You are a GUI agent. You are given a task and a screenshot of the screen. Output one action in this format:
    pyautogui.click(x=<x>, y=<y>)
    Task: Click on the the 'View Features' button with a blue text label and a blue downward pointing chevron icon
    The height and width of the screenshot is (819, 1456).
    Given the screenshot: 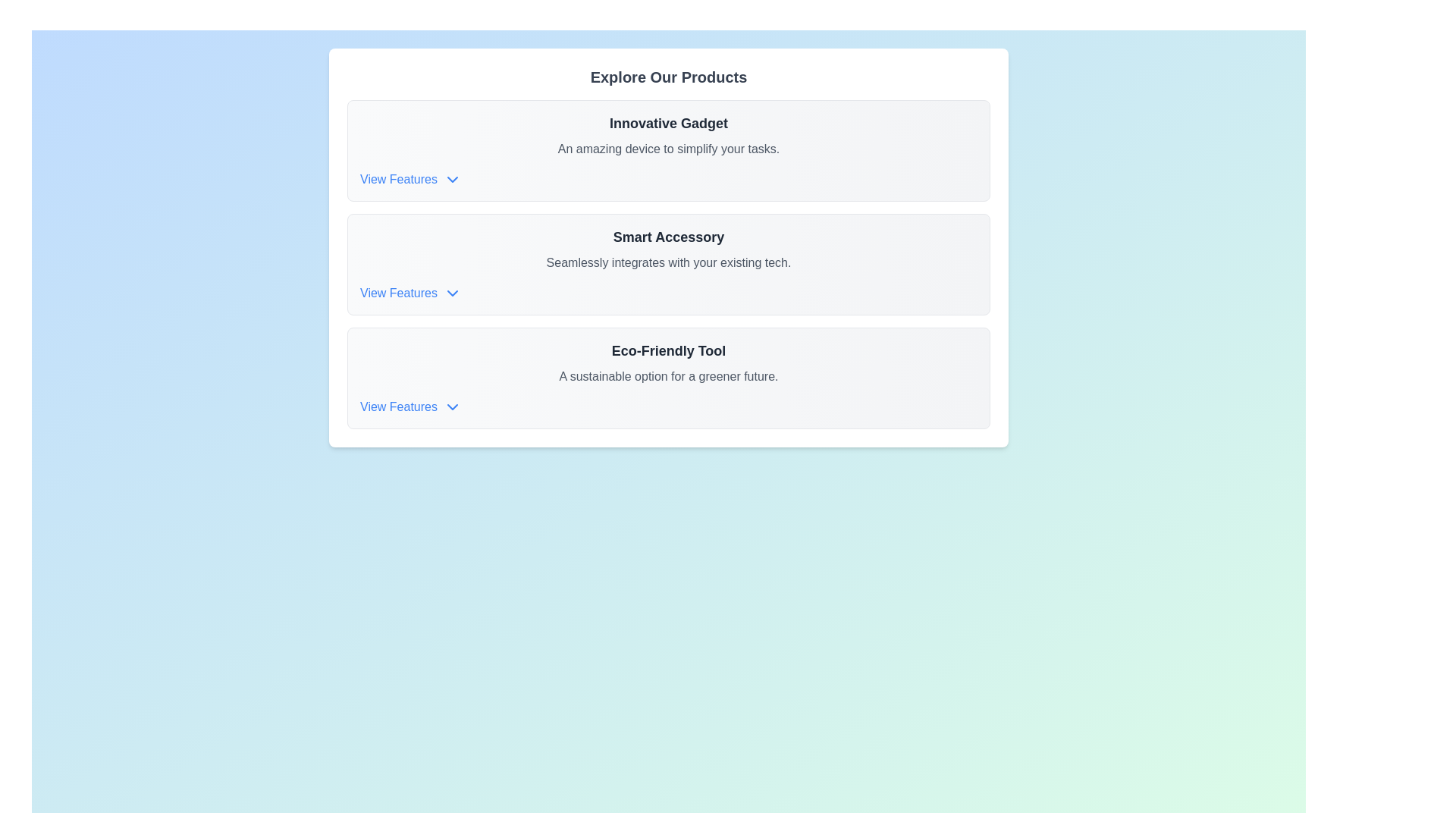 What is the action you would take?
    pyautogui.click(x=411, y=178)
    